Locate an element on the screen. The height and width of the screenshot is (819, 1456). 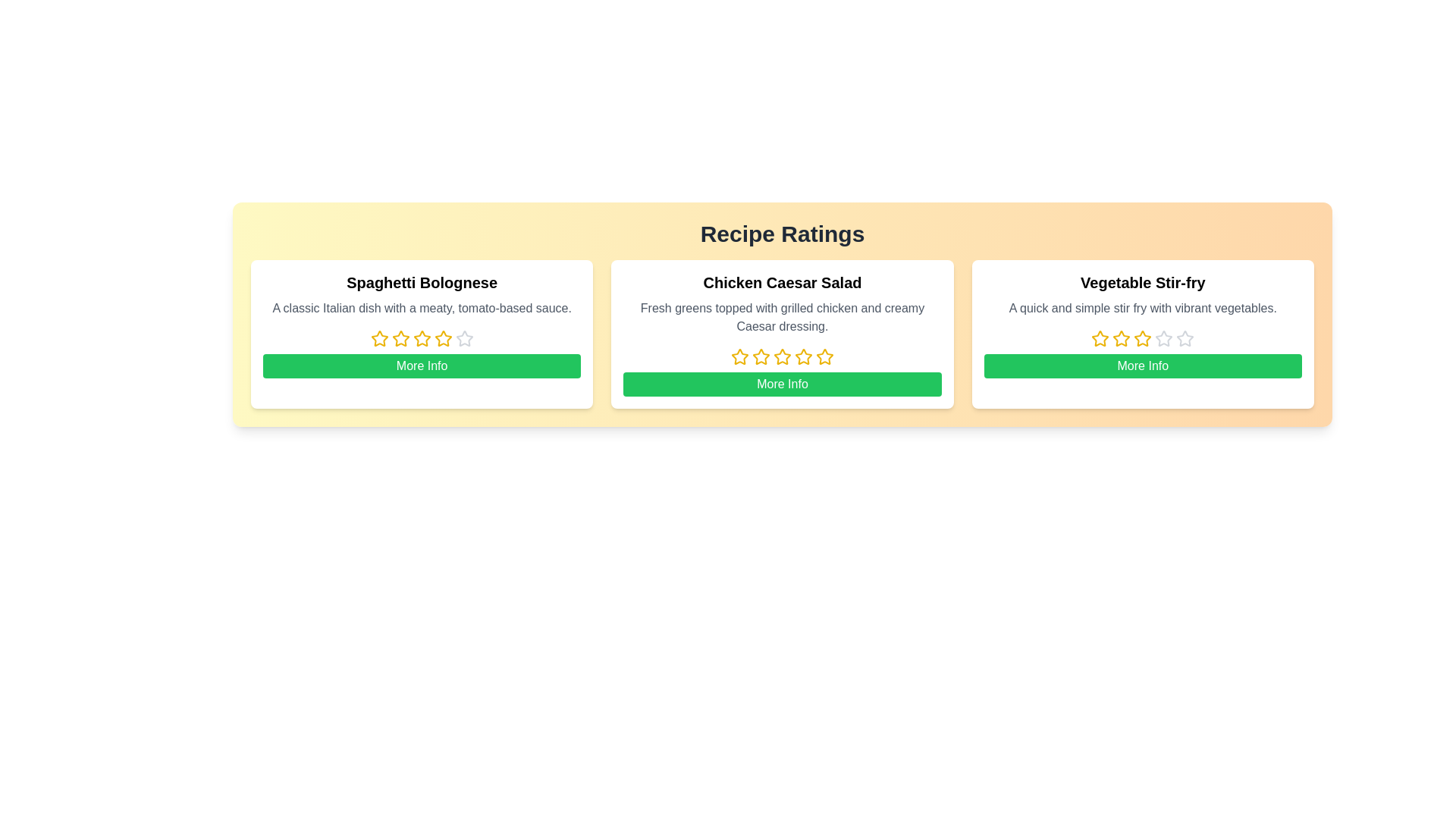
the 'More Info' button for the recipe identified by Chicken Caesar Salad is located at coordinates (783, 383).